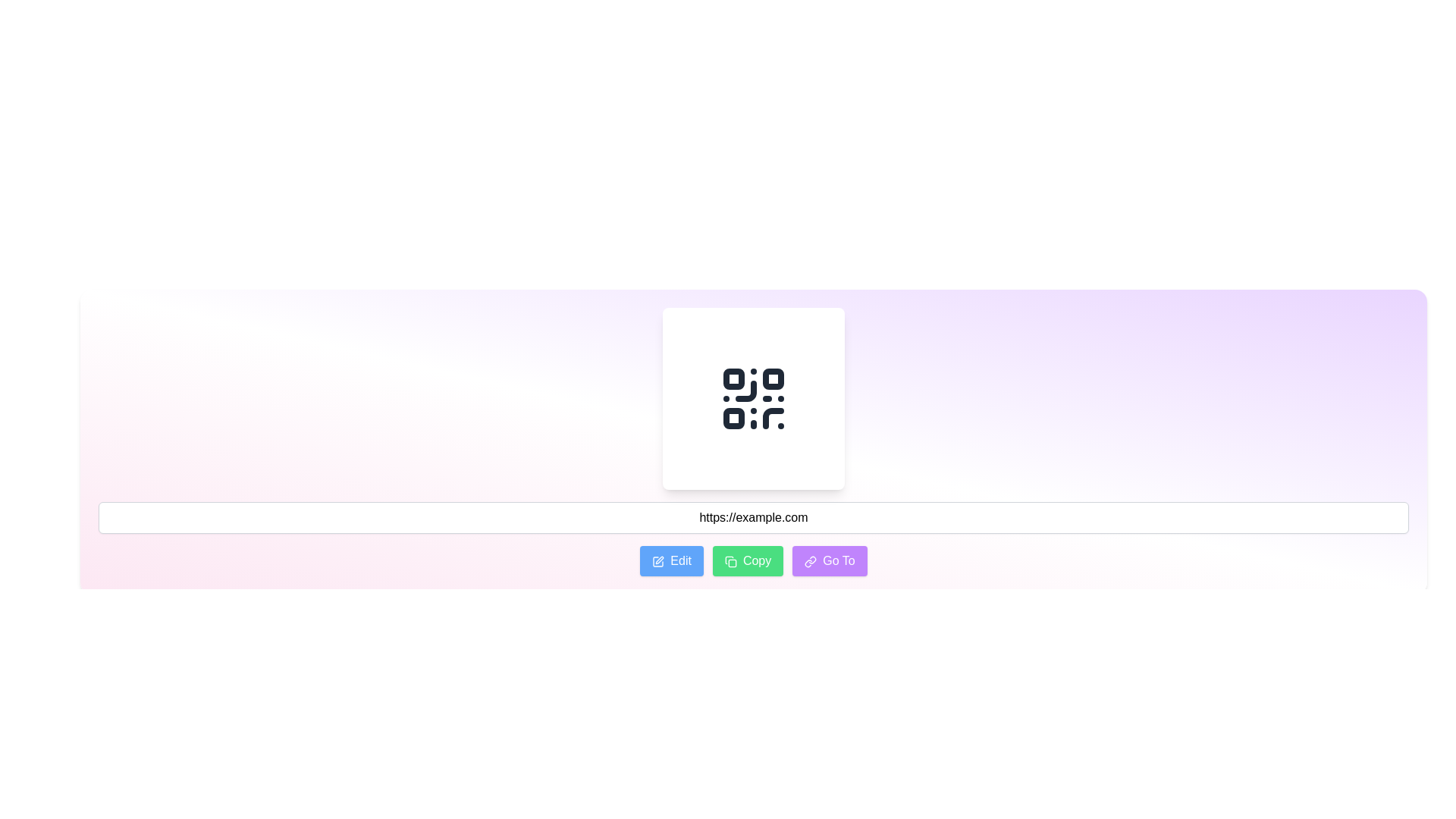 The height and width of the screenshot is (819, 1456). I want to click on the 'Copy' button, which is a rectangular button with a green background and white text, located between the 'Edit' and 'Go To' buttons, so click(748, 561).